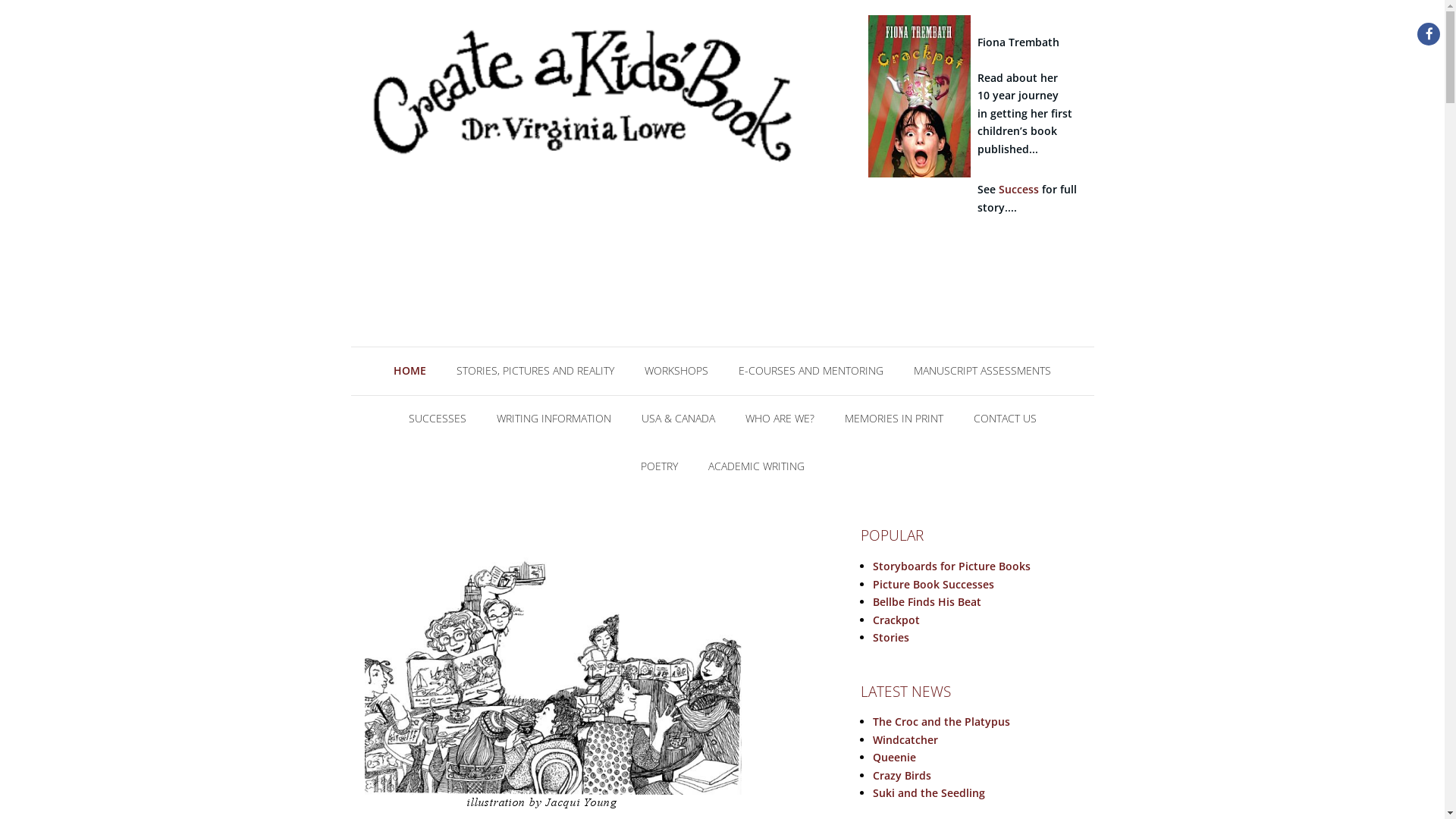 This screenshot has width=1456, height=819. Describe the element at coordinates (982, 369) in the screenshot. I see `'MANUSCRIPT ASSESSMENTS'` at that location.